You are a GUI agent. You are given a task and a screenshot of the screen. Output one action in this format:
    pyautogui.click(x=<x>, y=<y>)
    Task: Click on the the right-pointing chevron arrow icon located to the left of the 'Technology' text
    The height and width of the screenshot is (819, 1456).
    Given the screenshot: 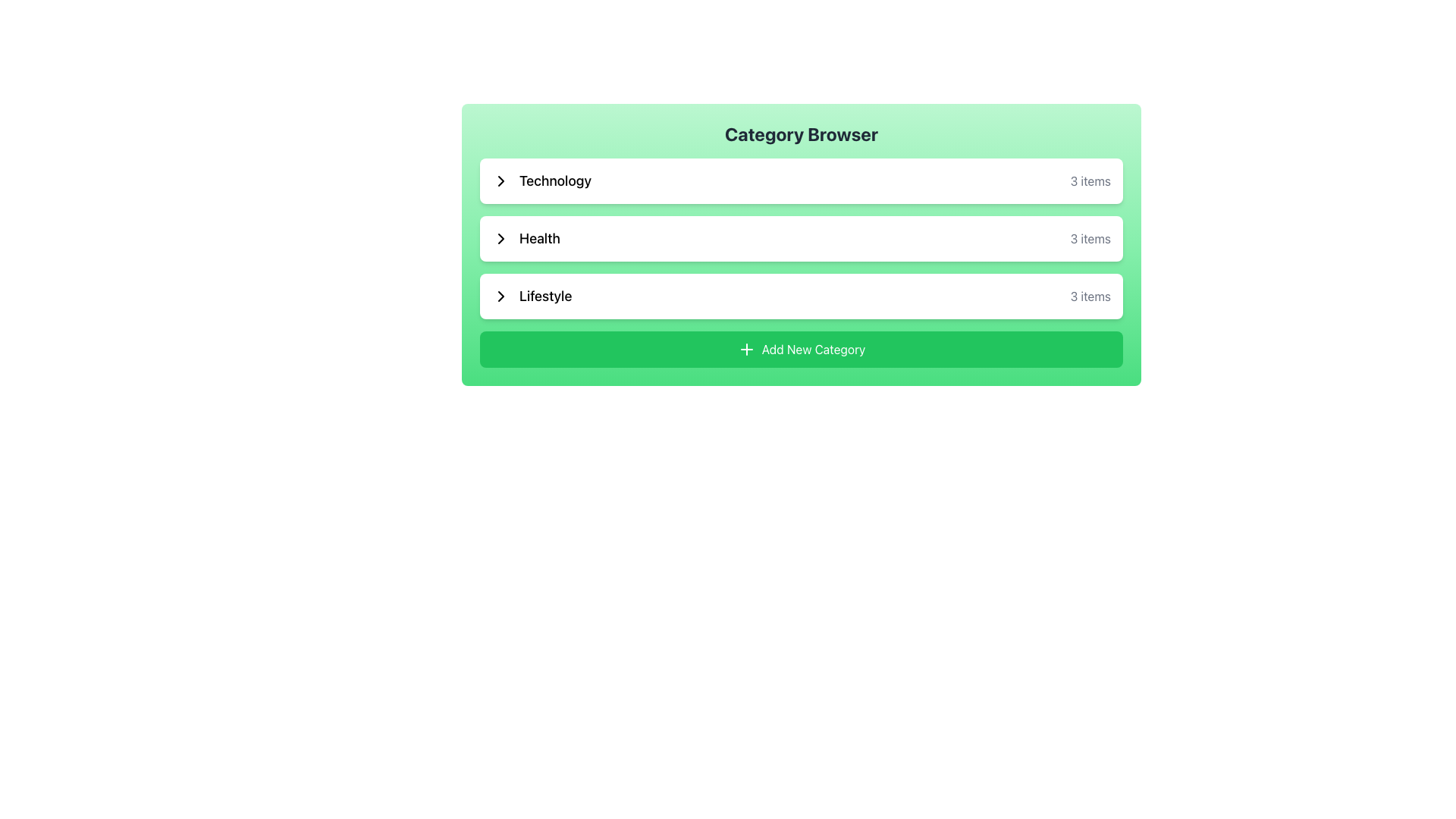 What is the action you would take?
    pyautogui.click(x=501, y=180)
    